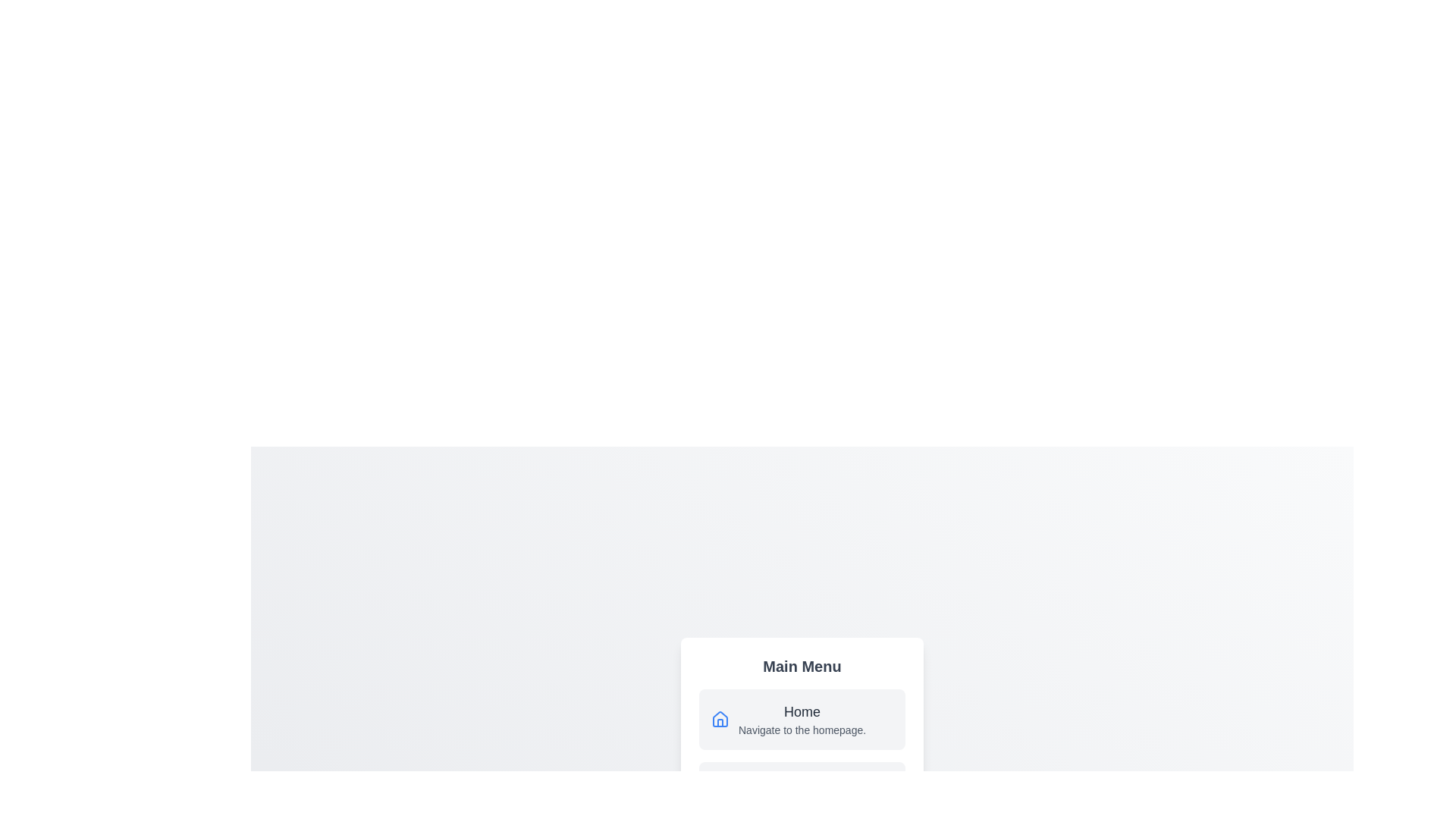  Describe the element at coordinates (801, 718) in the screenshot. I see `the menu option Home to read its description` at that location.